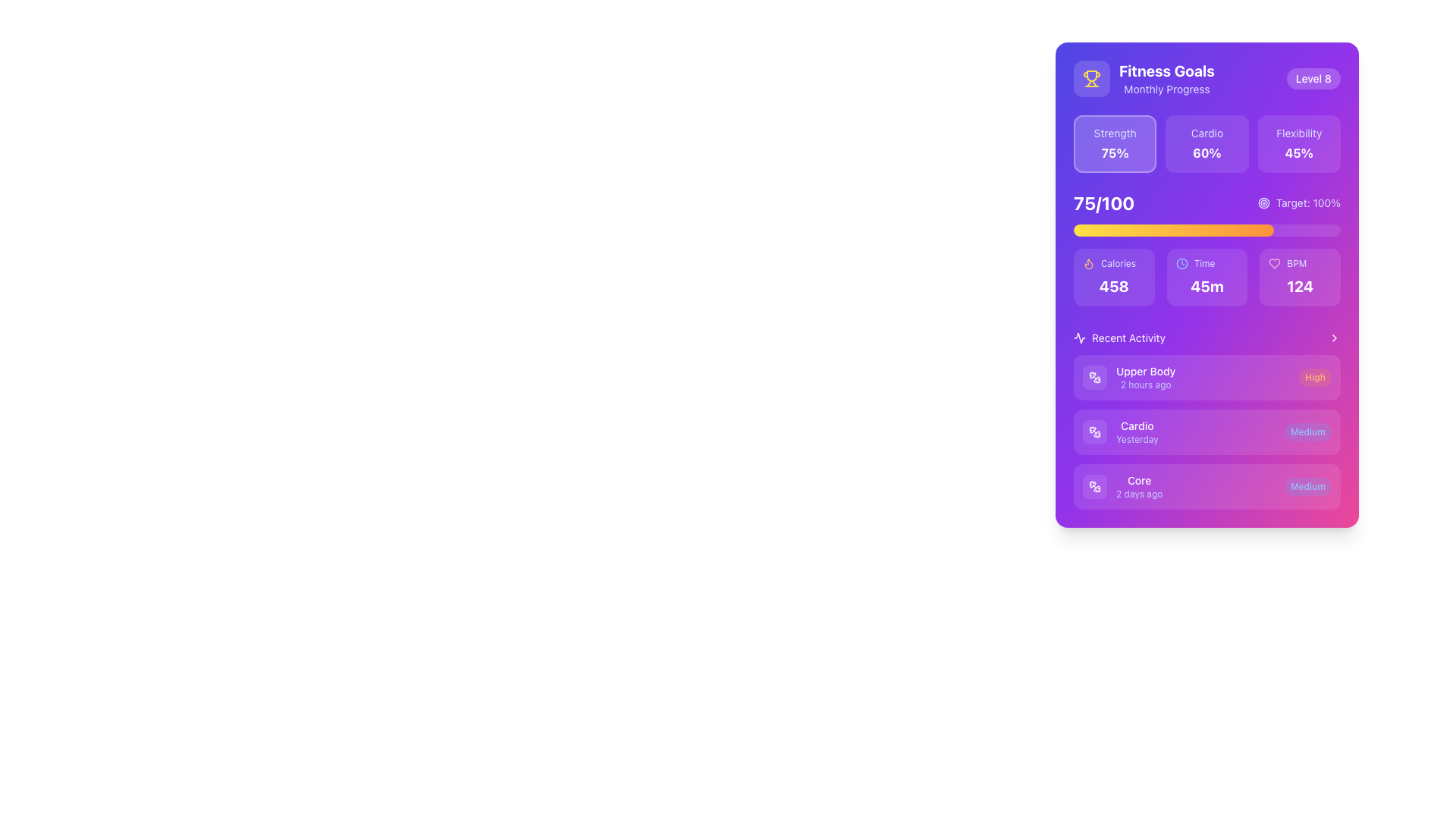  What do you see at coordinates (1299, 287) in the screenshot?
I see `text label displaying the number '124' in bold, white font, located in the lower-right corner of the vibrant purple card interface` at bounding box center [1299, 287].